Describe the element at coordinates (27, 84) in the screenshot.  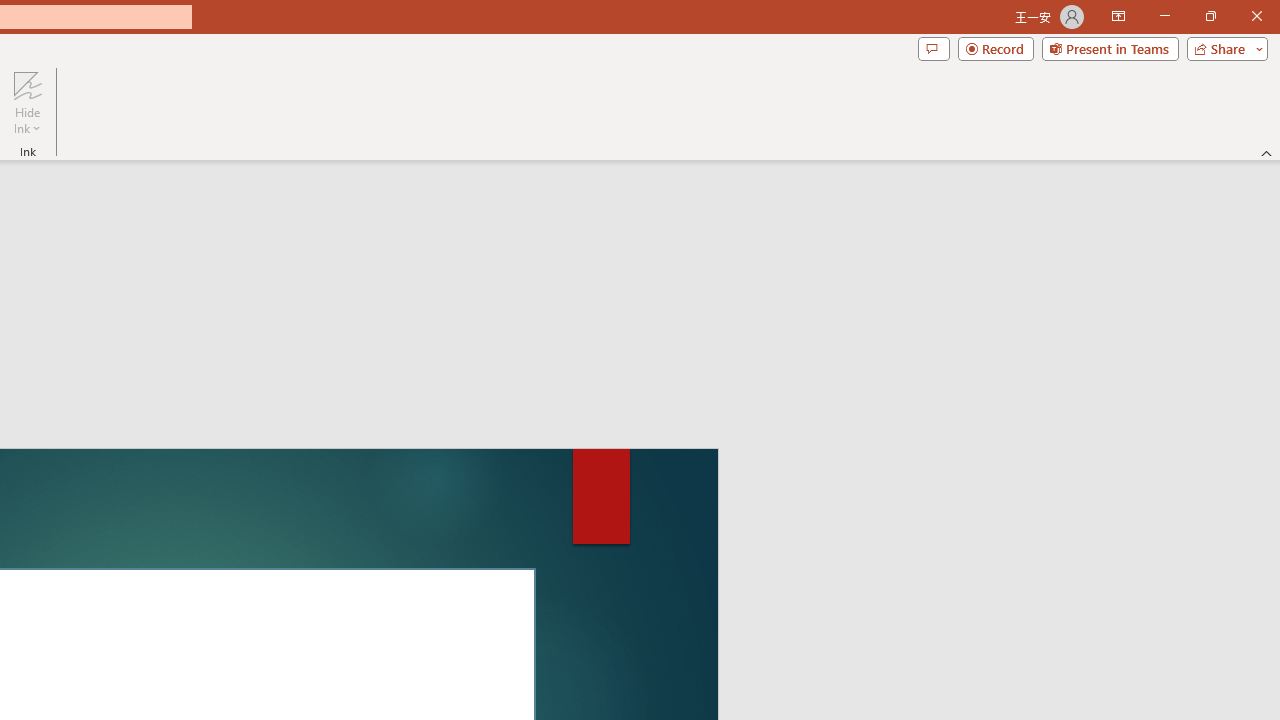
I see `'Hide Ink'` at that location.